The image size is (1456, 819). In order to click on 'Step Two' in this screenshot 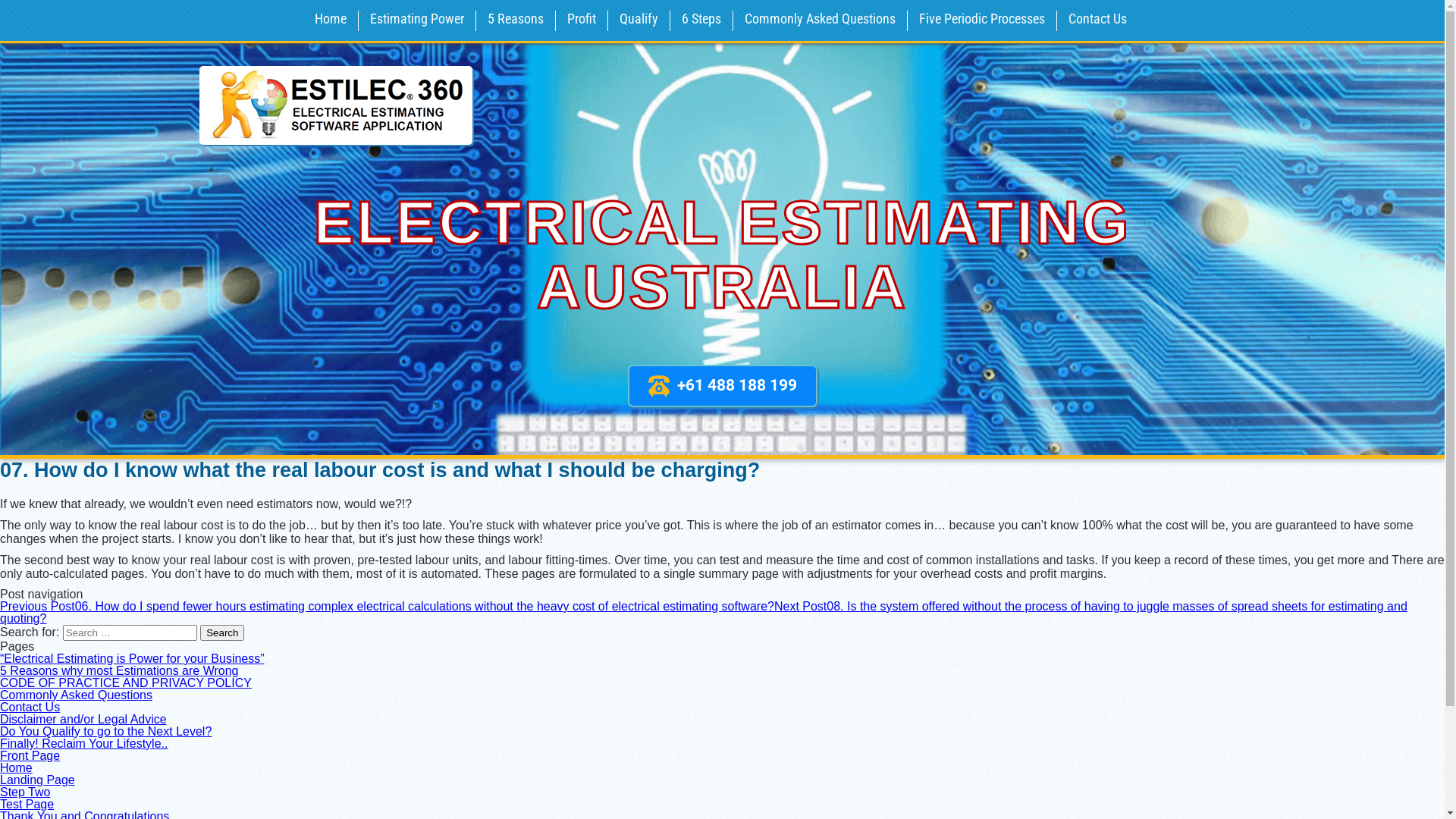, I will do `click(0, 791)`.